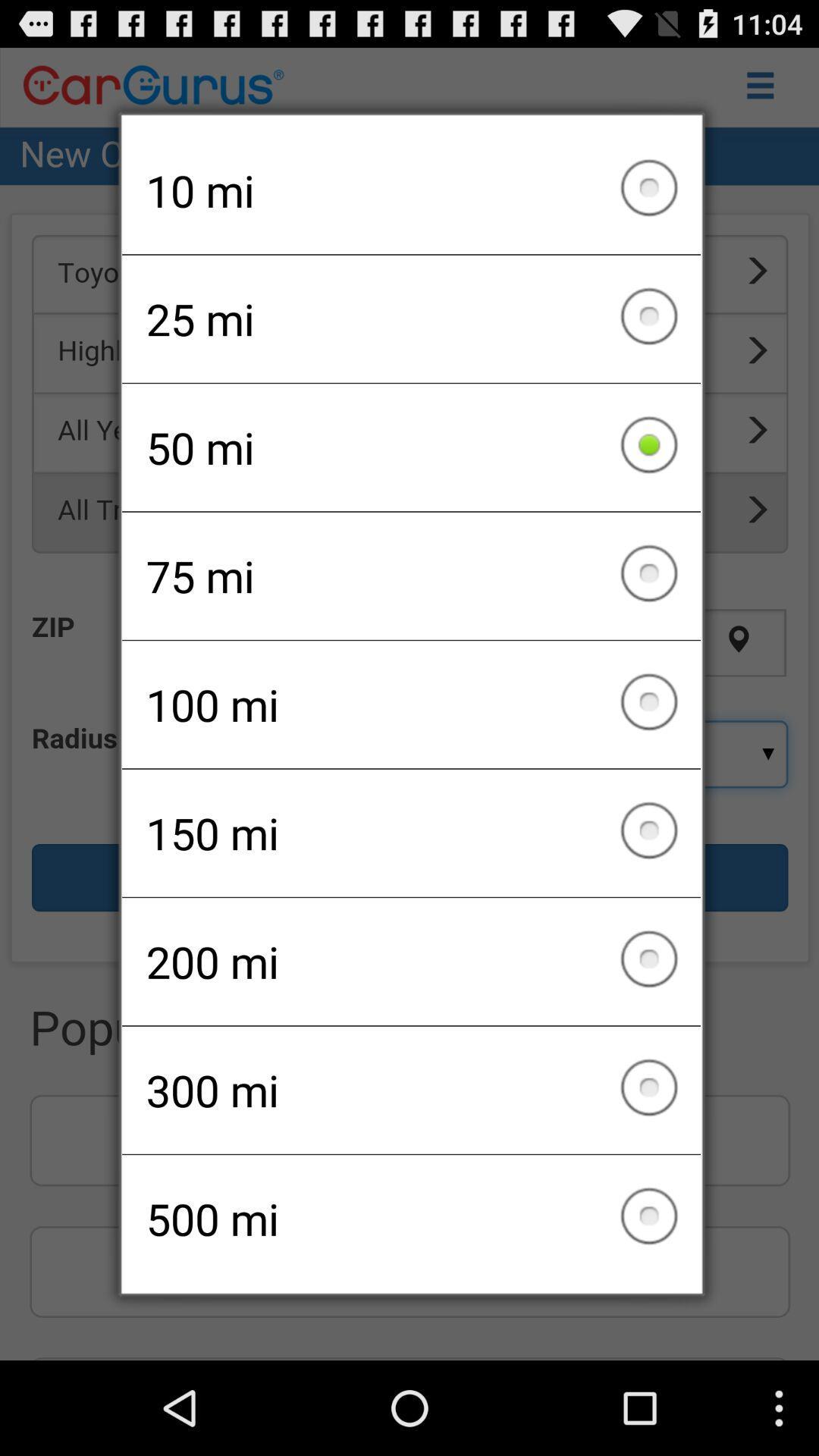 This screenshot has height=1456, width=819. Describe the element at coordinates (411, 704) in the screenshot. I see `the item above the 150 mi checkbox` at that location.